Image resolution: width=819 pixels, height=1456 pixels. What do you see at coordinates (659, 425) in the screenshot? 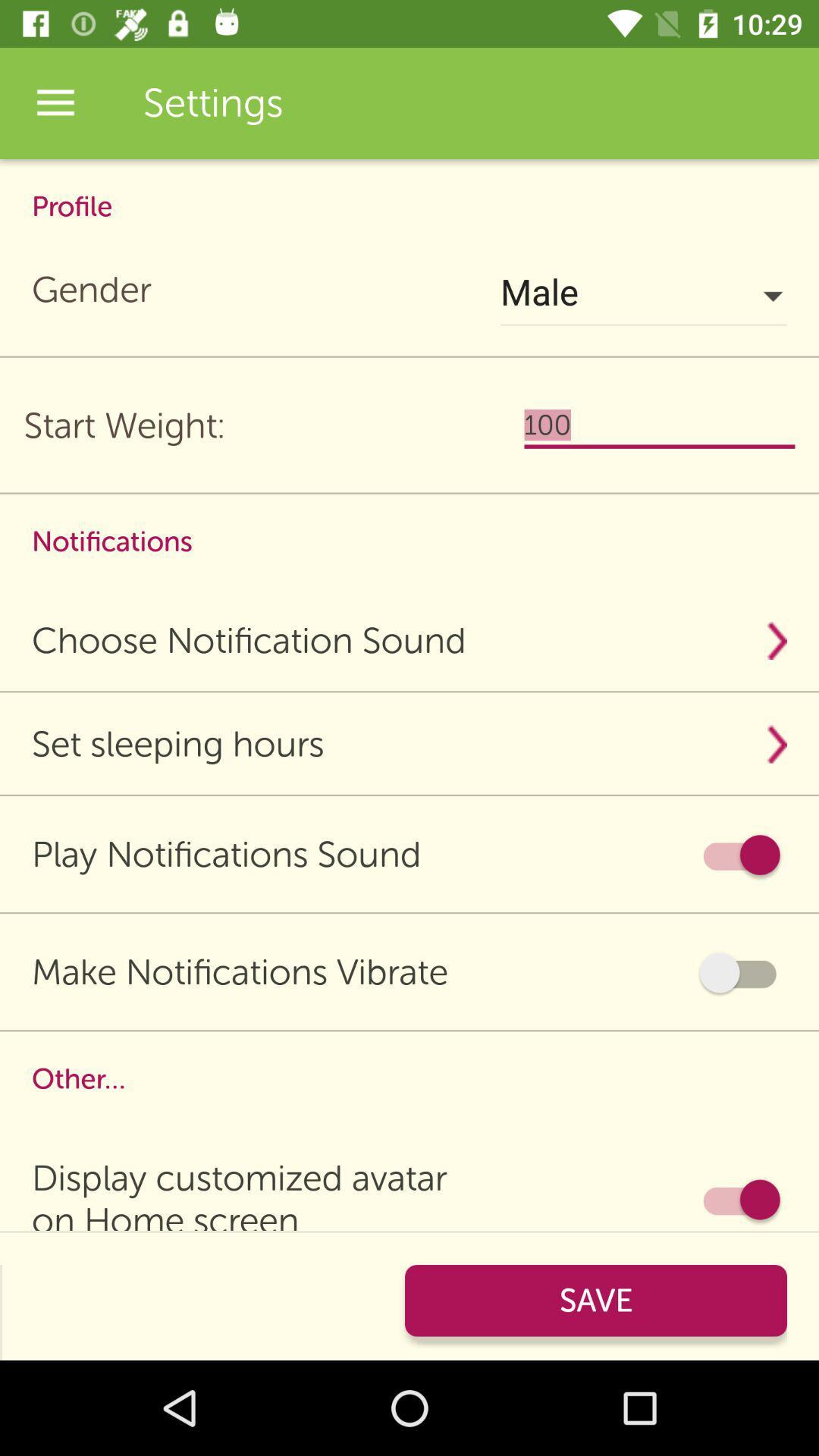
I see `the item above the notifications icon` at bounding box center [659, 425].